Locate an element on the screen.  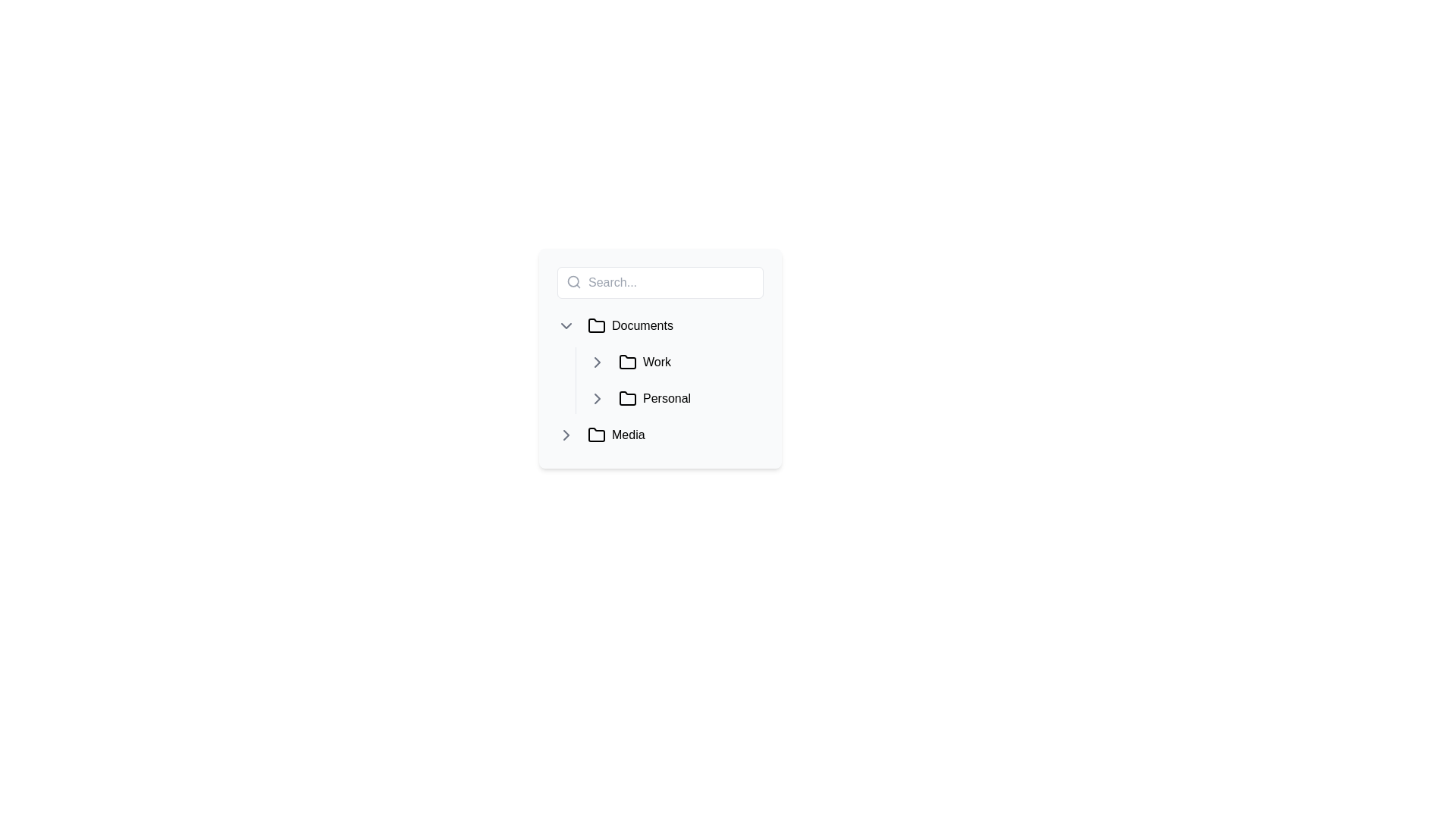
the folder icon element that is styled in a minimalist manner and is located next to the 'Personal' label is located at coordinates (628, 397).